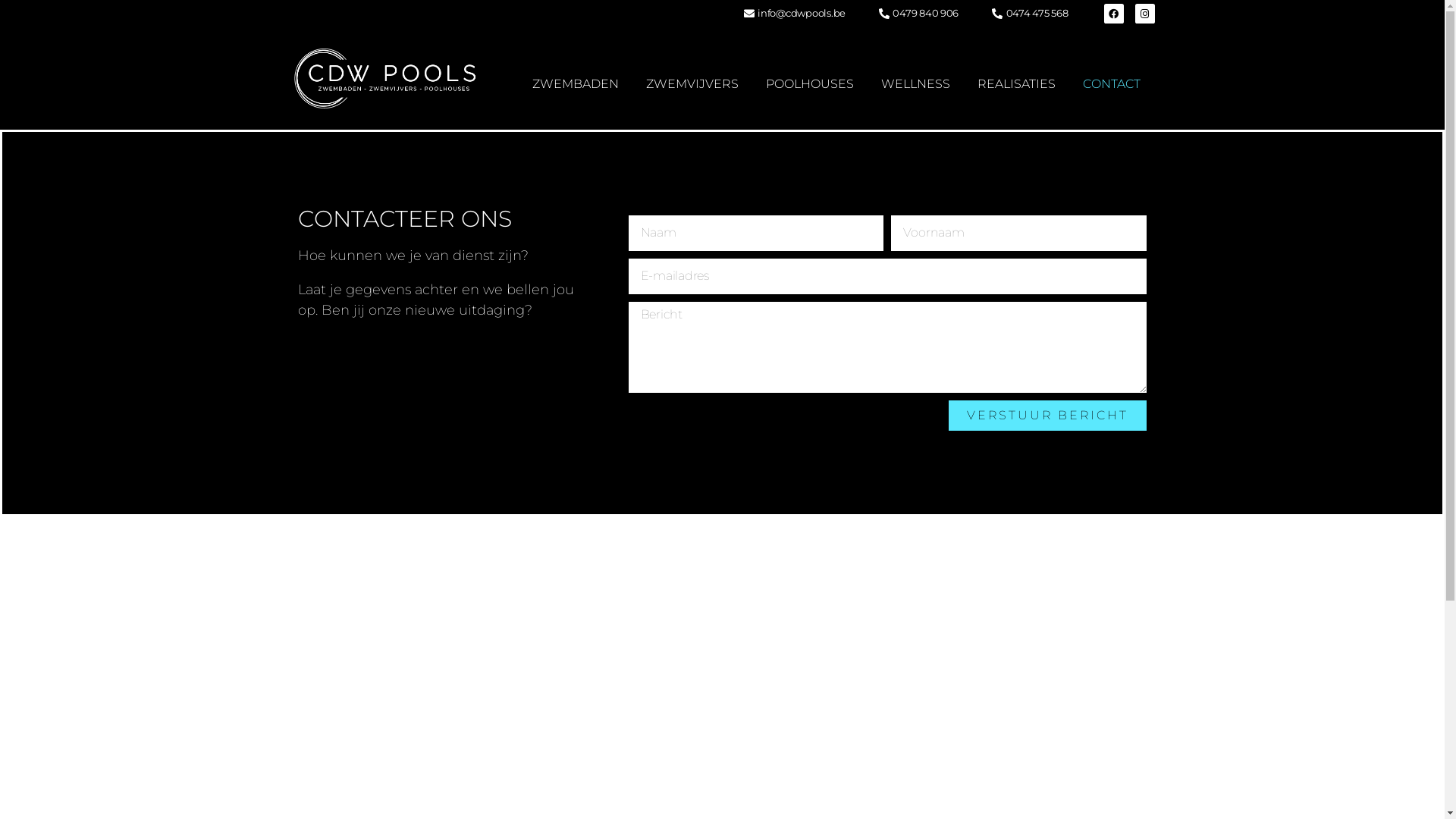  Describe the element at coordinates (809, 84) in the screenshot. I see `'POOLHOUSES'` at that location.